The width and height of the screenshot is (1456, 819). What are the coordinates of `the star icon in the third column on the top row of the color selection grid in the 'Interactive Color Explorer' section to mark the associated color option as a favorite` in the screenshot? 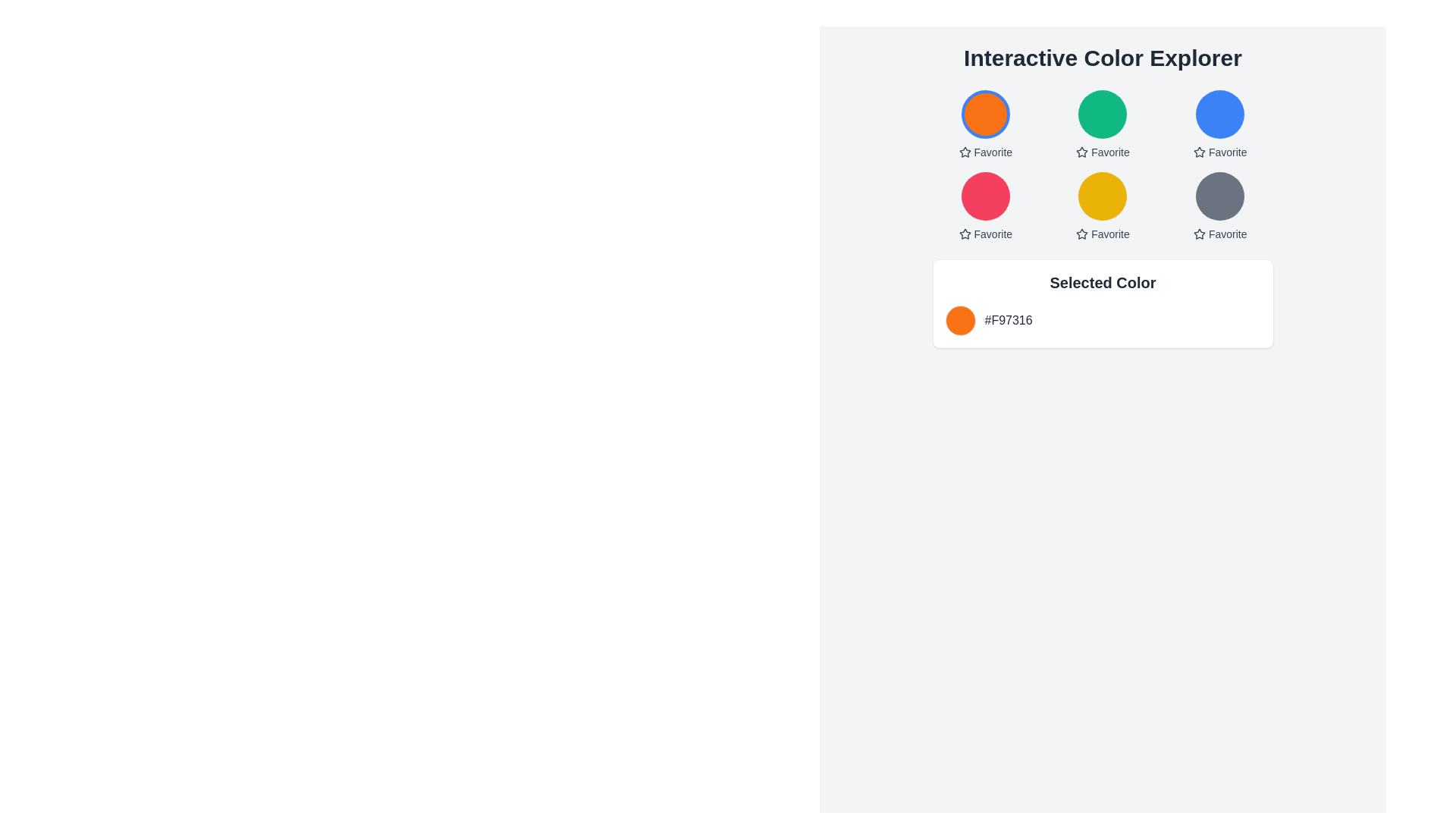 It's located at (1198, 152).